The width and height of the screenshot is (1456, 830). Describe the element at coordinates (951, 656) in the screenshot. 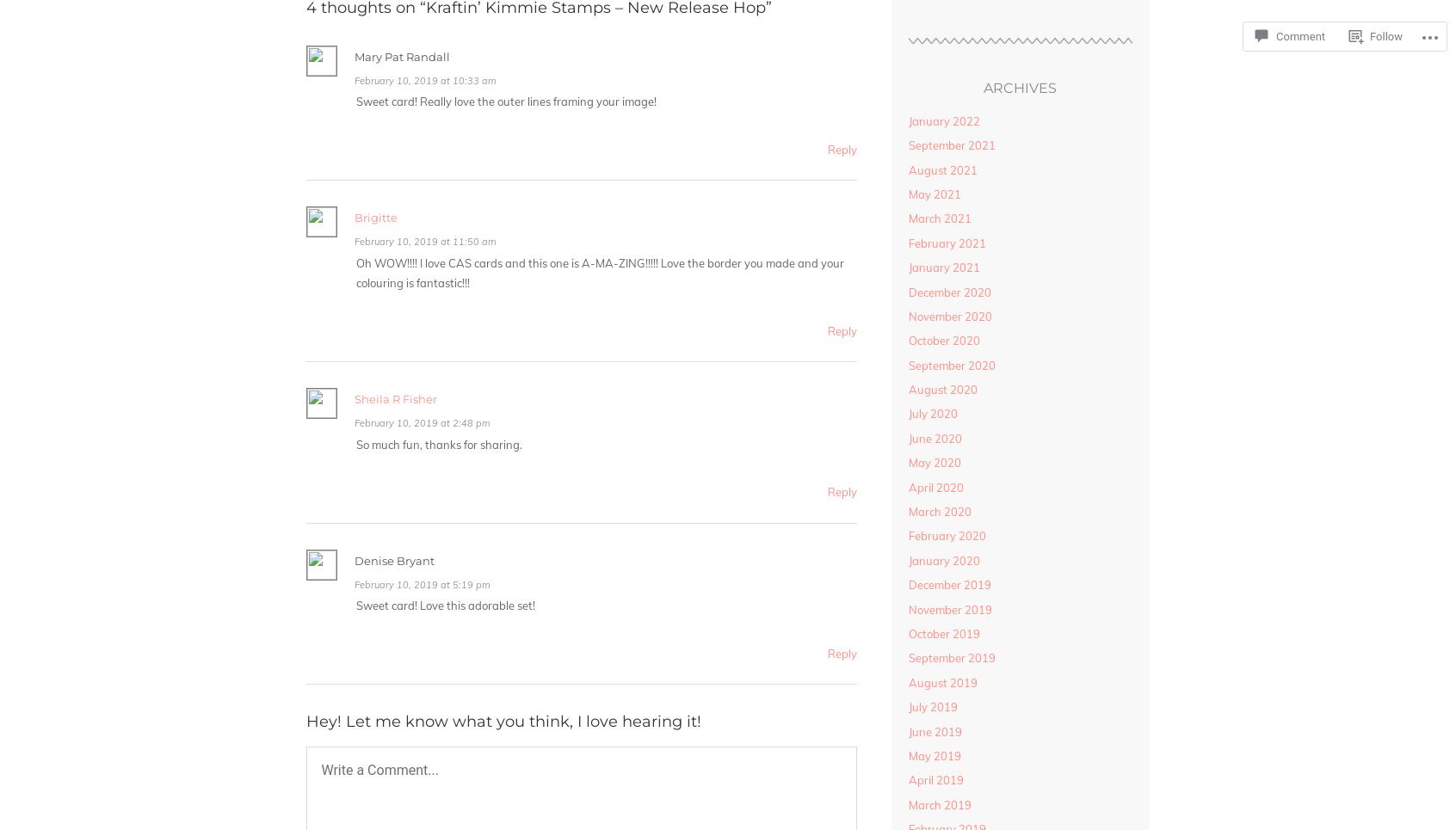

I see `'September 2019'` at that location.